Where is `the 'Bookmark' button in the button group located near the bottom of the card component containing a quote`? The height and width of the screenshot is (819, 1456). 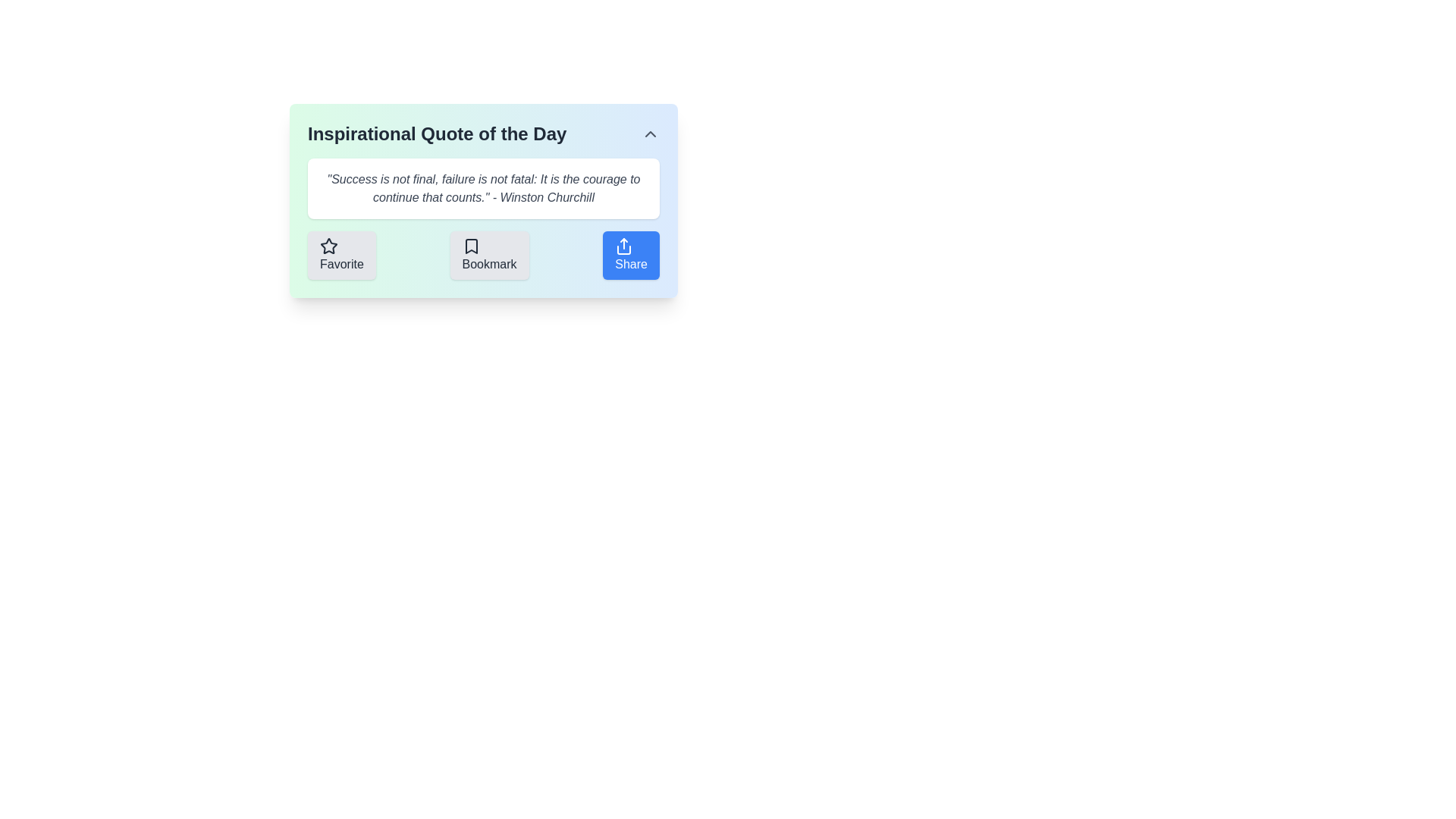
the 'Bookmark' button in the button group located near the bottom of the card component containing a quote is located at coordinates (483, 254).